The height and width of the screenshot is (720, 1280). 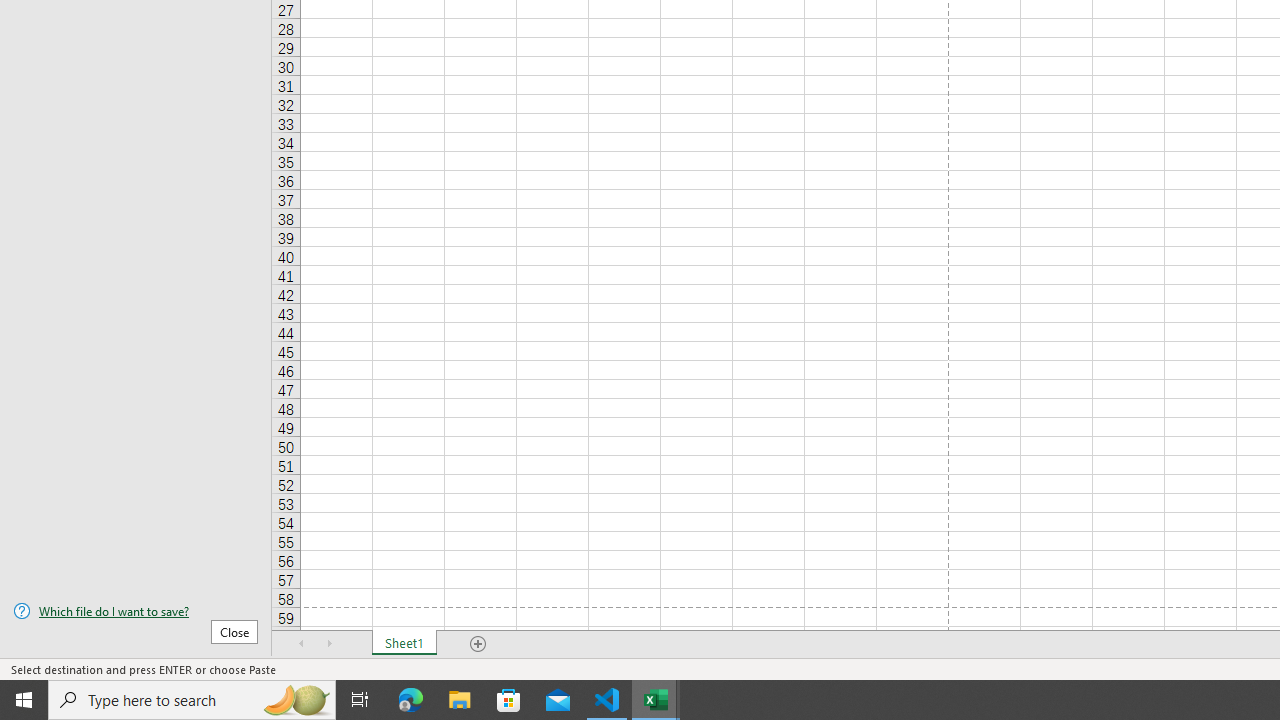 What do you see at coordinates (459, 698) in the screenshot?
I see `'File Explorer'` at bounding box center [459, 698].